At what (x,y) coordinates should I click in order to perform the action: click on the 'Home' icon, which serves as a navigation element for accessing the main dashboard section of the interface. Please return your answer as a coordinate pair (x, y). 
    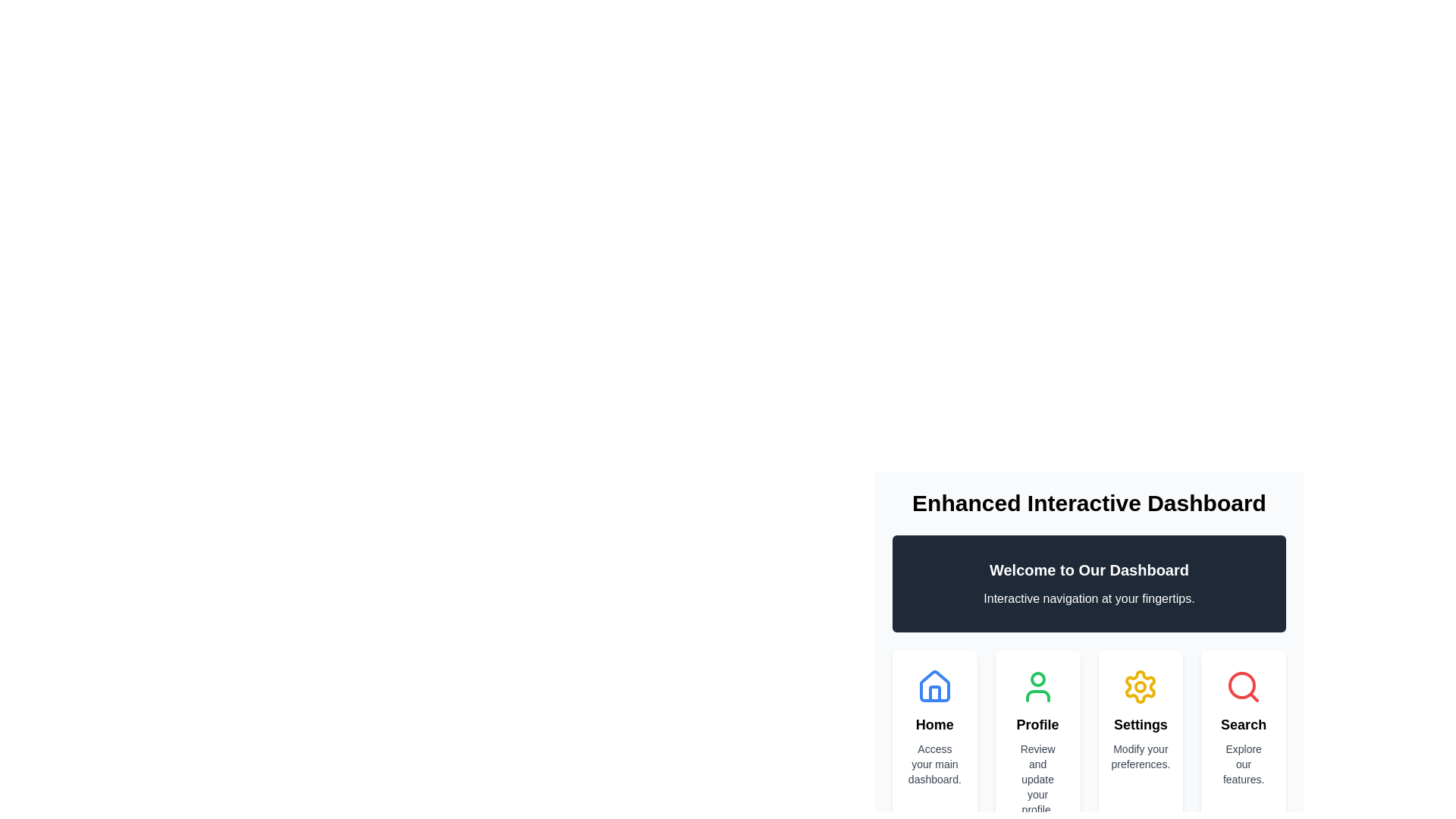
    Looking at the image, I should click on (934, 686).